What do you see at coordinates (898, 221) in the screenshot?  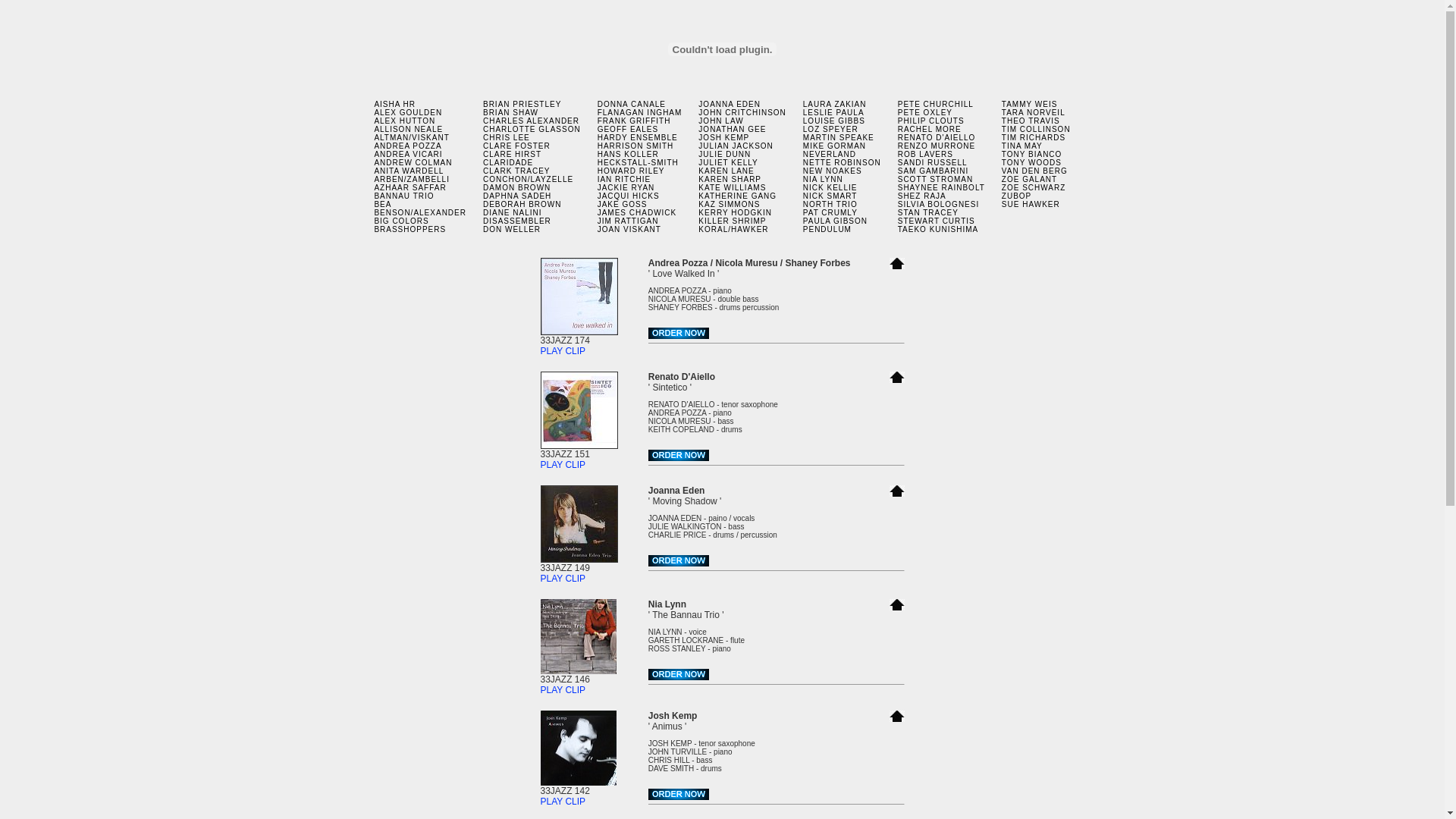 I see `'STEWART CURTIS'` at bounding box center [898, 221].